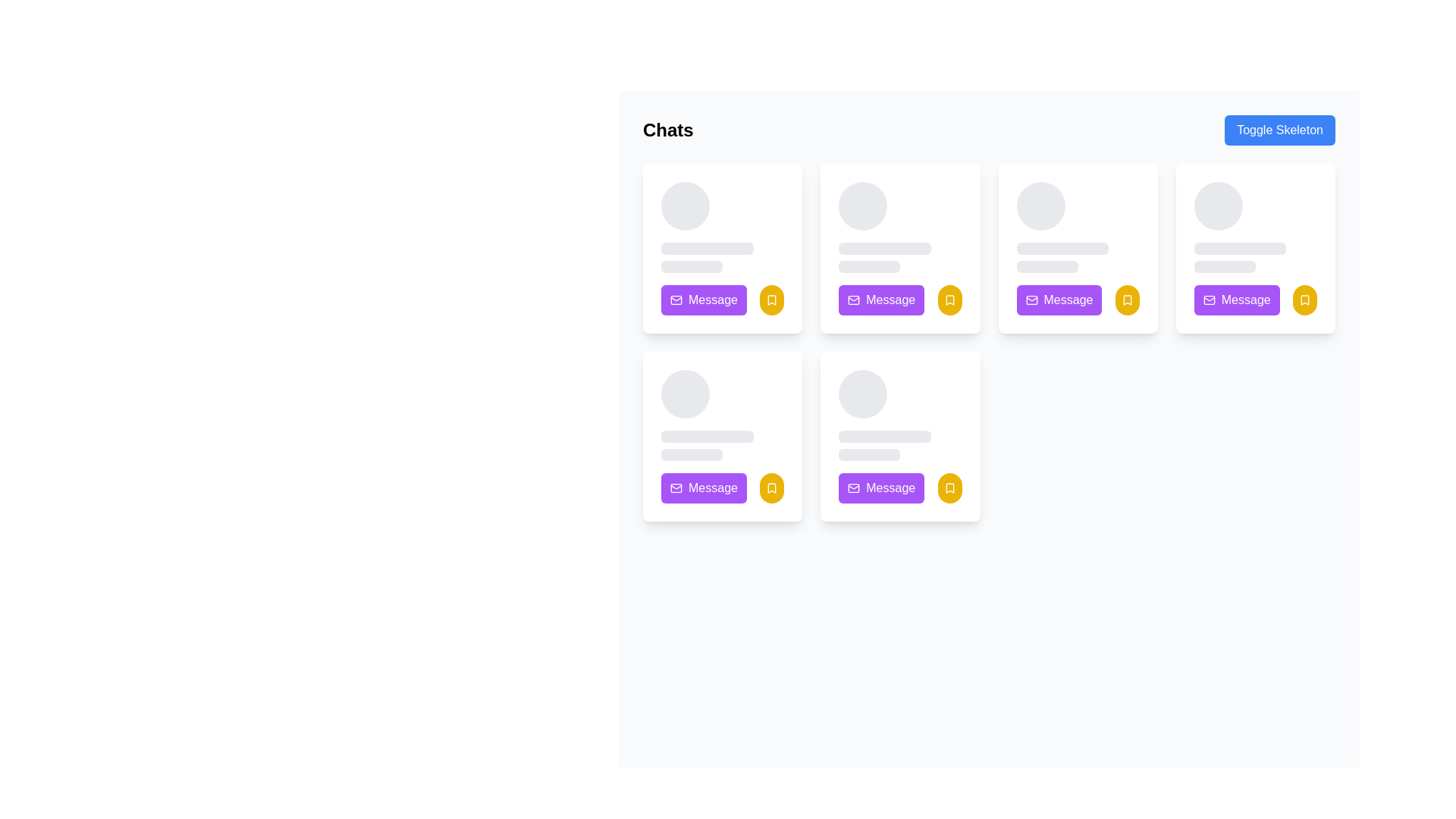  Describe the element at coordinates (1208, 300) in the screenshot. I see `the envelope icon displayed in white on a purple background, which is part of the 'Message' button located in the lower section of a card component in the top-right corner of the grid` at that location.